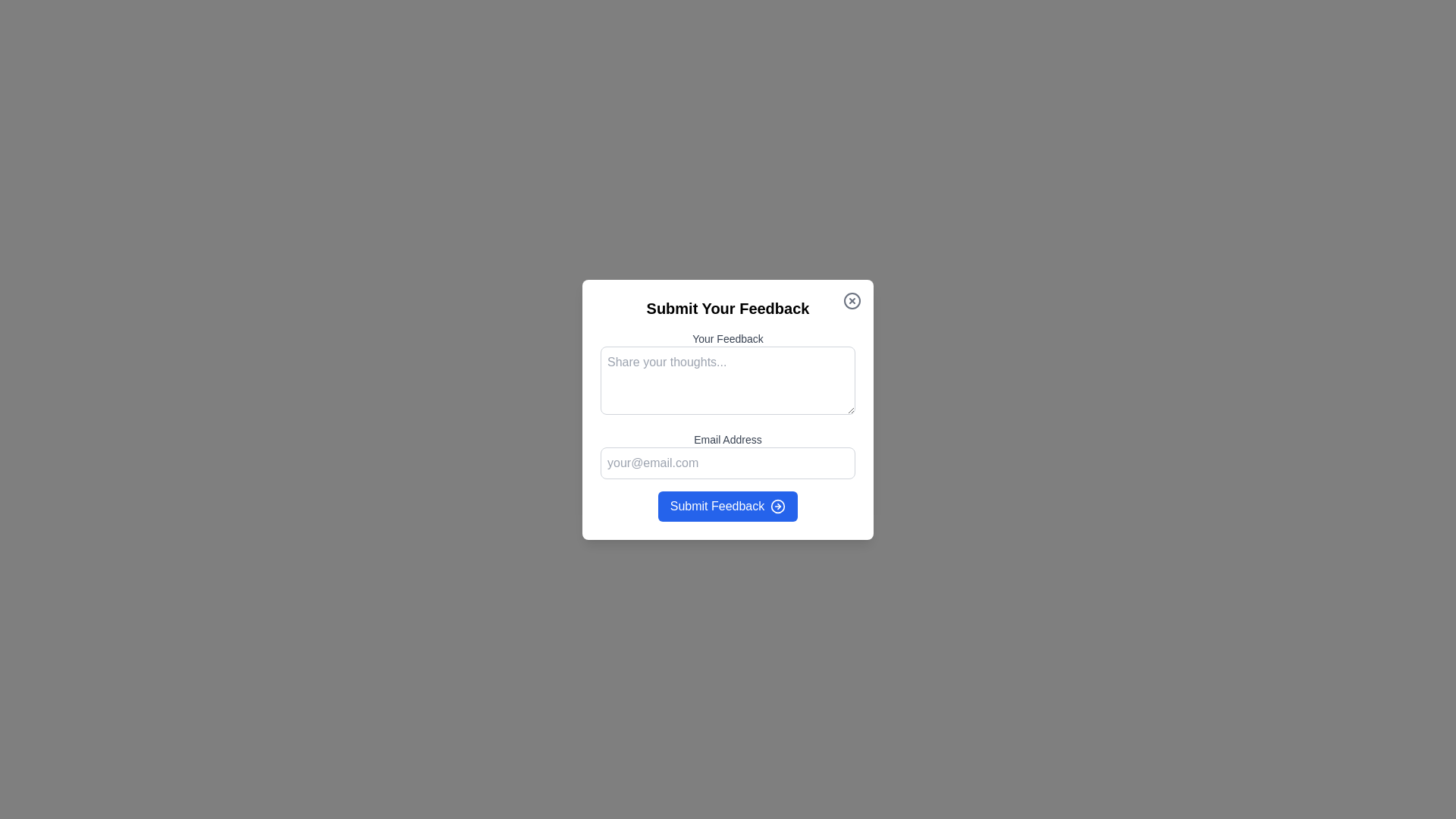  What do you see at coordinates (852, 300) in the screenshot?
I see `the close button in the top-right corner of the dialog` at bounding box center [852, 300].